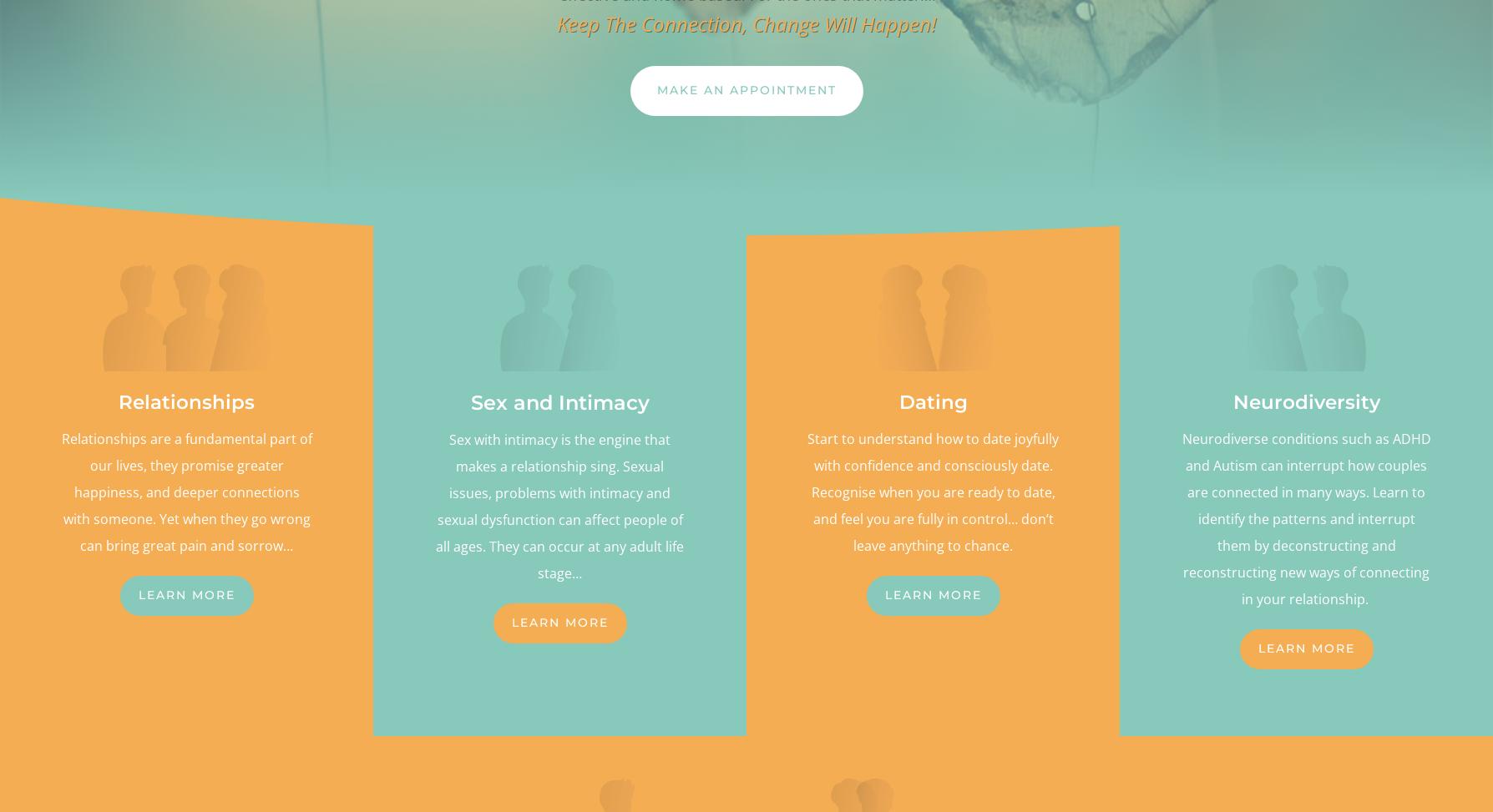  I want to click on 'Dating', so click(932, 402).